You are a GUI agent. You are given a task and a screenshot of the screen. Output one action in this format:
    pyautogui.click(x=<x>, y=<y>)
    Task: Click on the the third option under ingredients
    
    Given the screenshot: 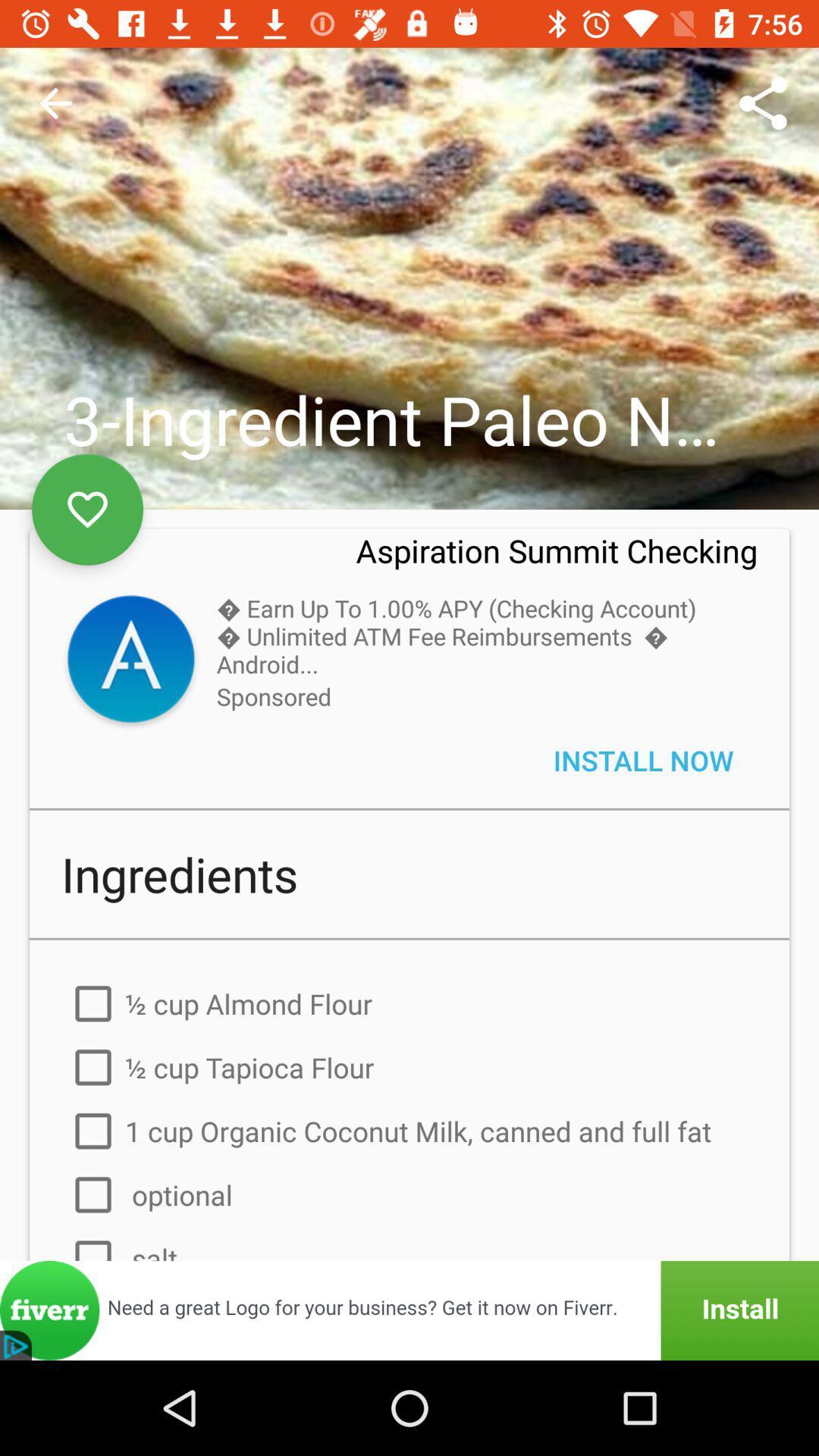 What is the action you would take?
    pyautogui.click(x=409, y=1131)
    